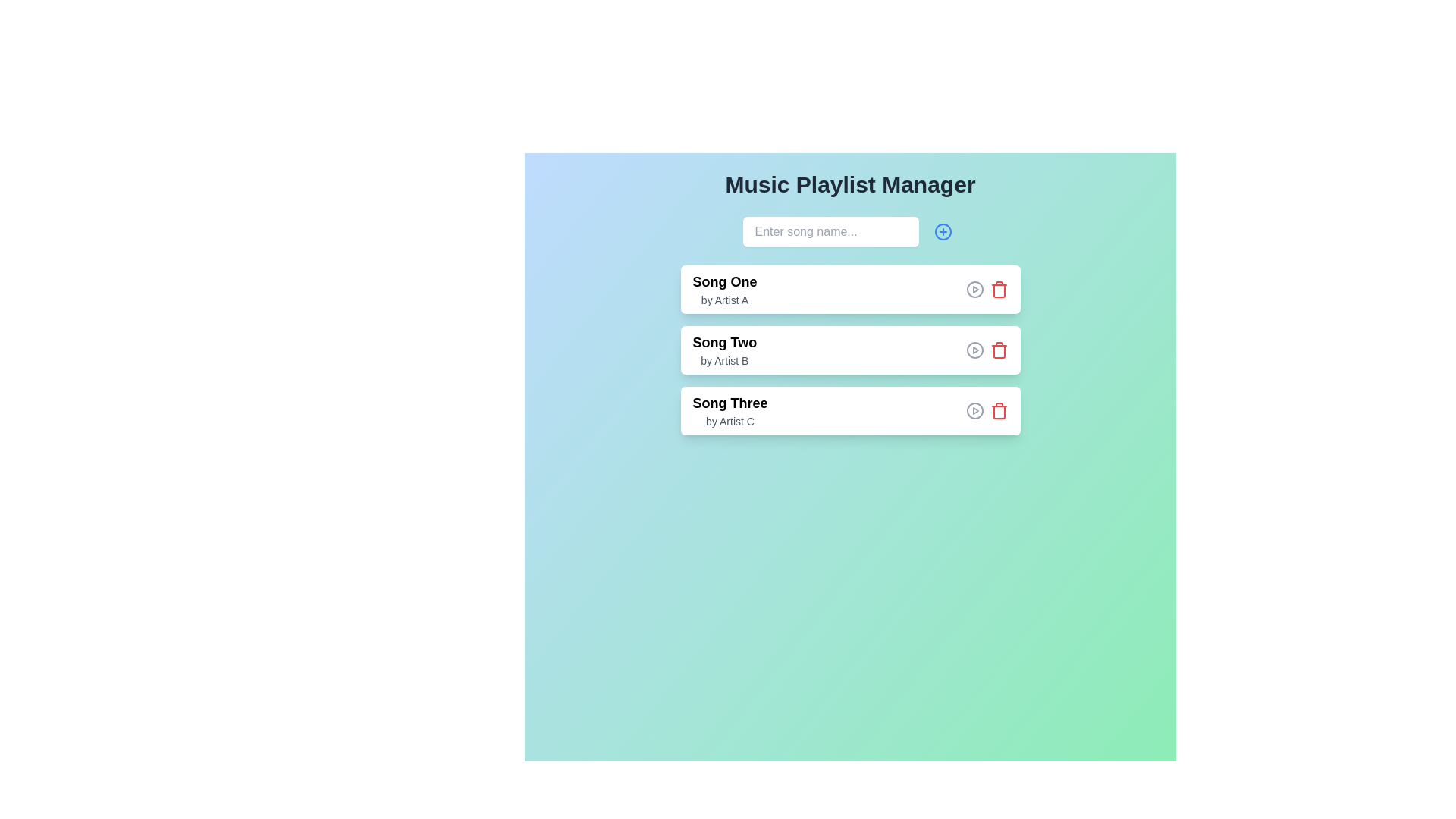 This screenshot has height=819, width=1456. Describe the element at coordinates (850, 350) in the screenshot. I see `the Card component representing the playlist item for 'Song Two' by 'Artist B' in the Music Playlist Manager interface` at that location.